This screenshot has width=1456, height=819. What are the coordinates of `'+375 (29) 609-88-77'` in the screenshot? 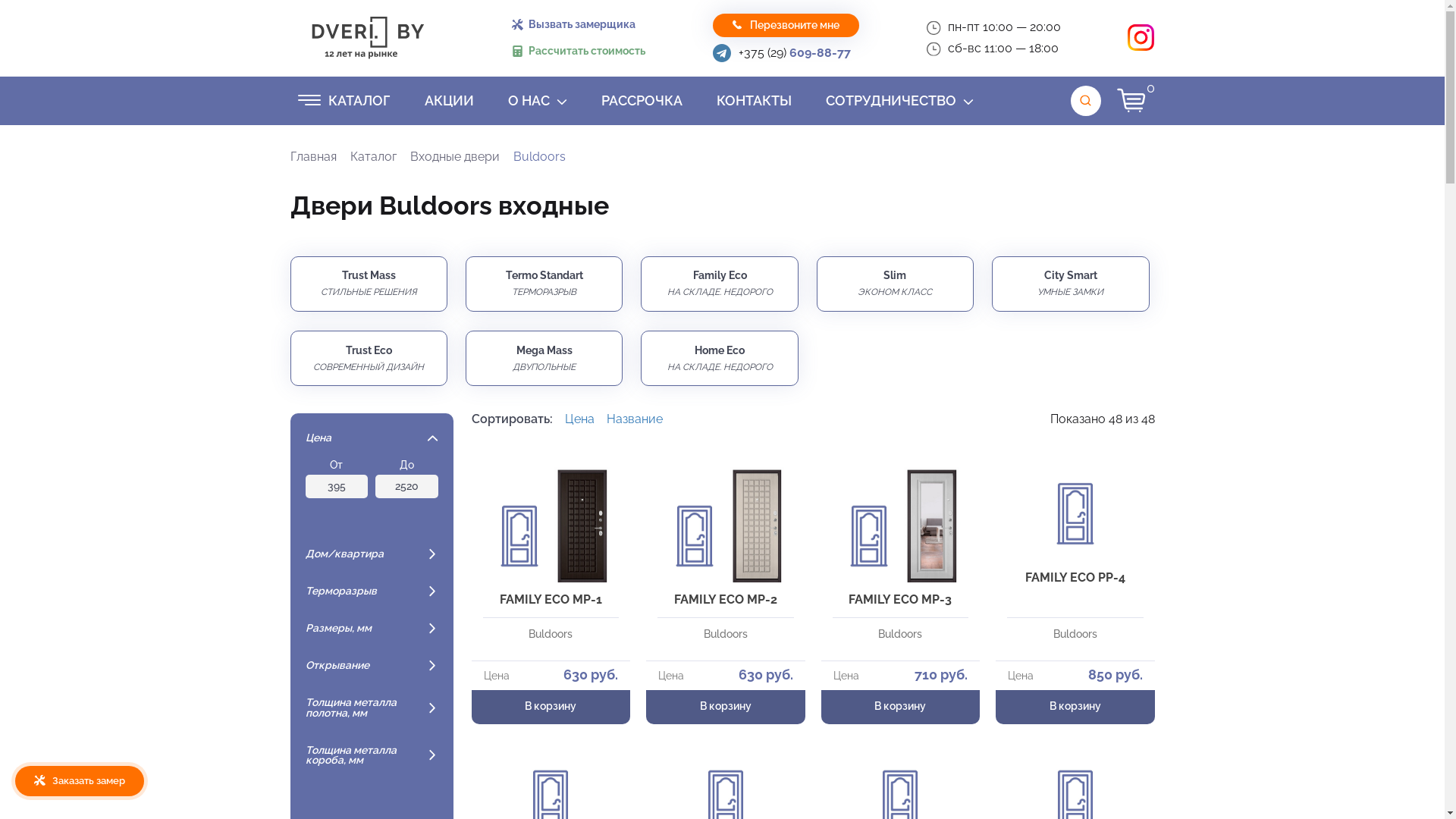 It's located at (793, 52).